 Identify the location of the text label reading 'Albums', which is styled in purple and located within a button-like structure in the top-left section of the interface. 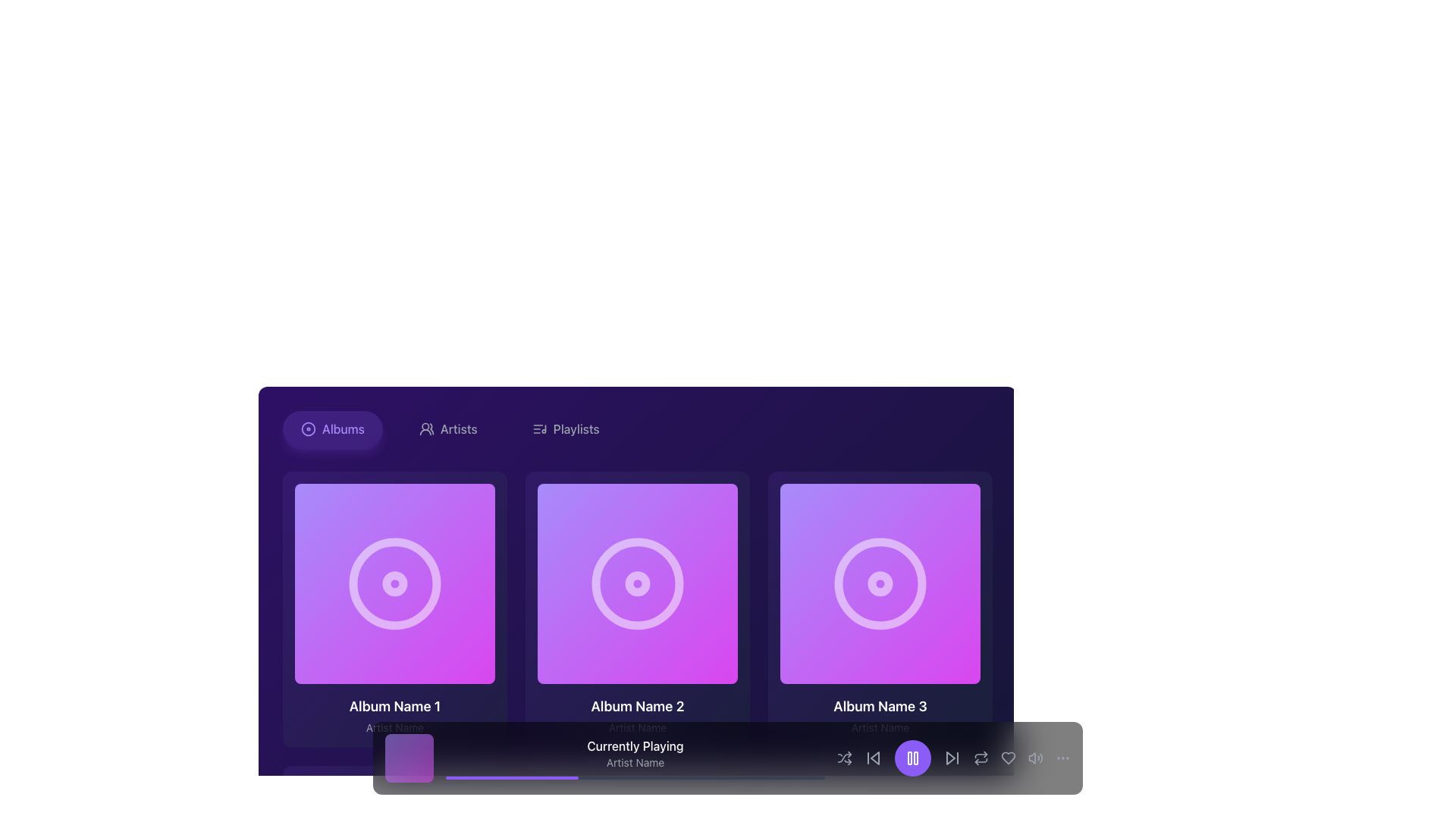
(342, 429).